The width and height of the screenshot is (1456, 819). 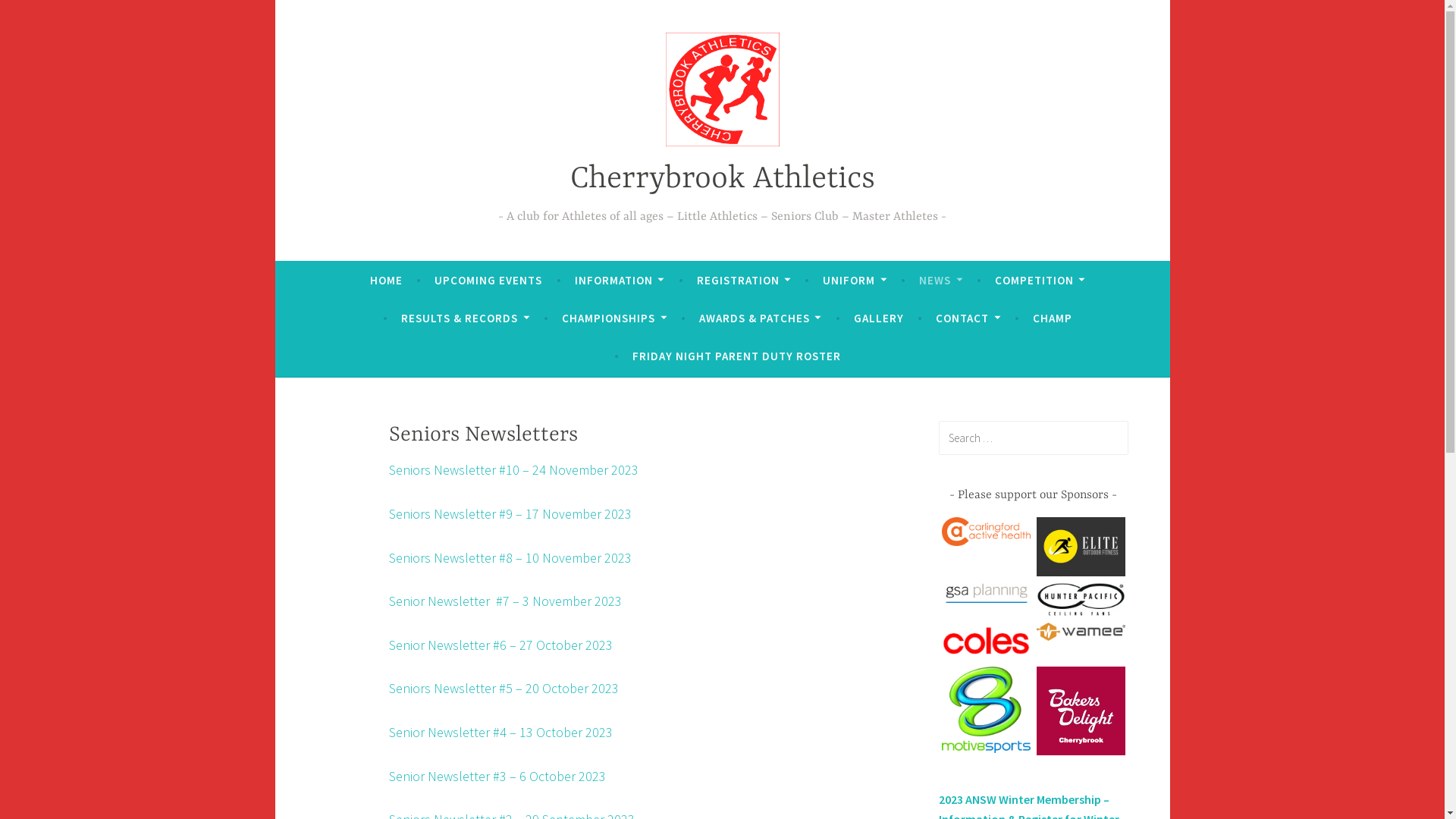 What do you see at coordinates (918, 281) in the screenshot?
I see `'NEWS'` at bounding box center [918, 281].